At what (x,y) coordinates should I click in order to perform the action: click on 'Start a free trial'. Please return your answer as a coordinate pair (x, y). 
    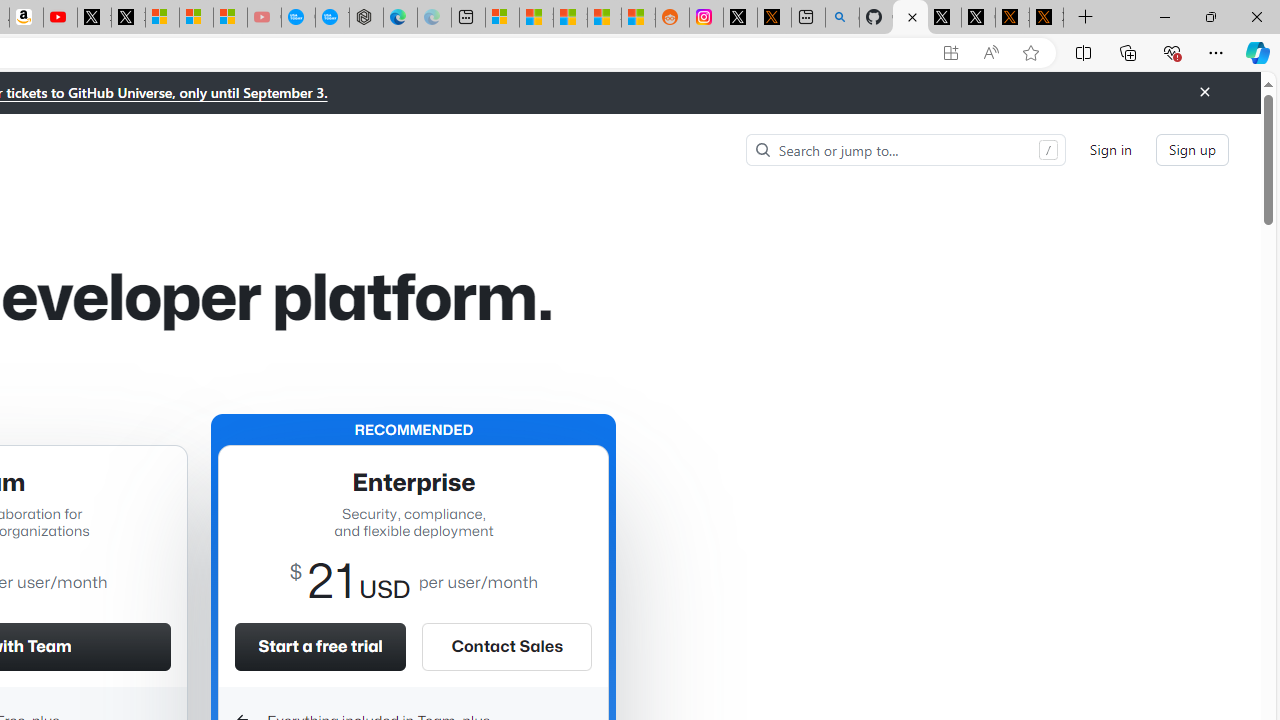
    Looking at the image, I should click on (320, 646).